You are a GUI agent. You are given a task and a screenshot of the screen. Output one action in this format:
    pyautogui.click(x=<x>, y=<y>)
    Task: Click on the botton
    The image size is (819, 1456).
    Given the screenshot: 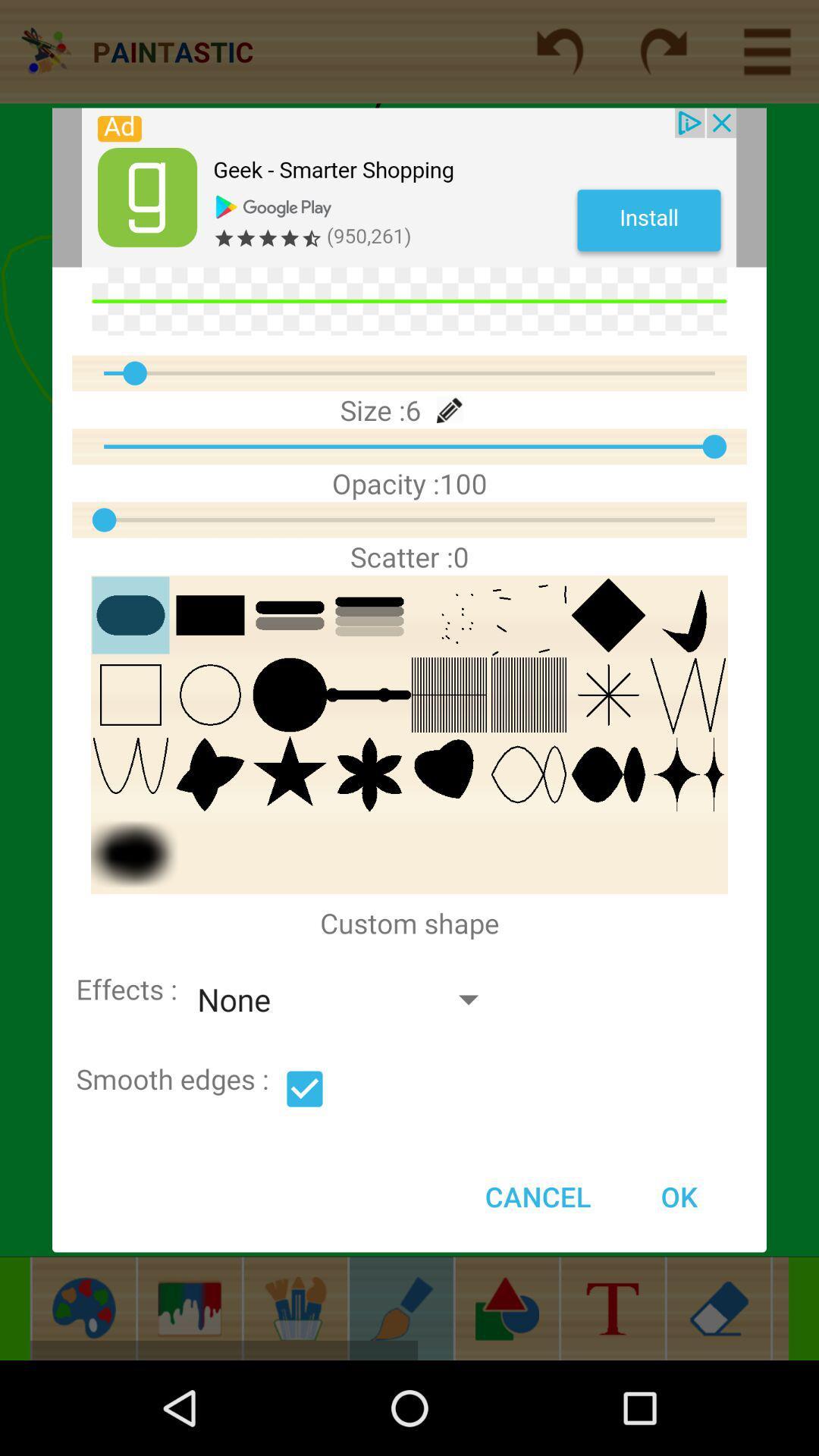 What is the action you would take?
    pyautogui.click(x=304, y=1088)
    